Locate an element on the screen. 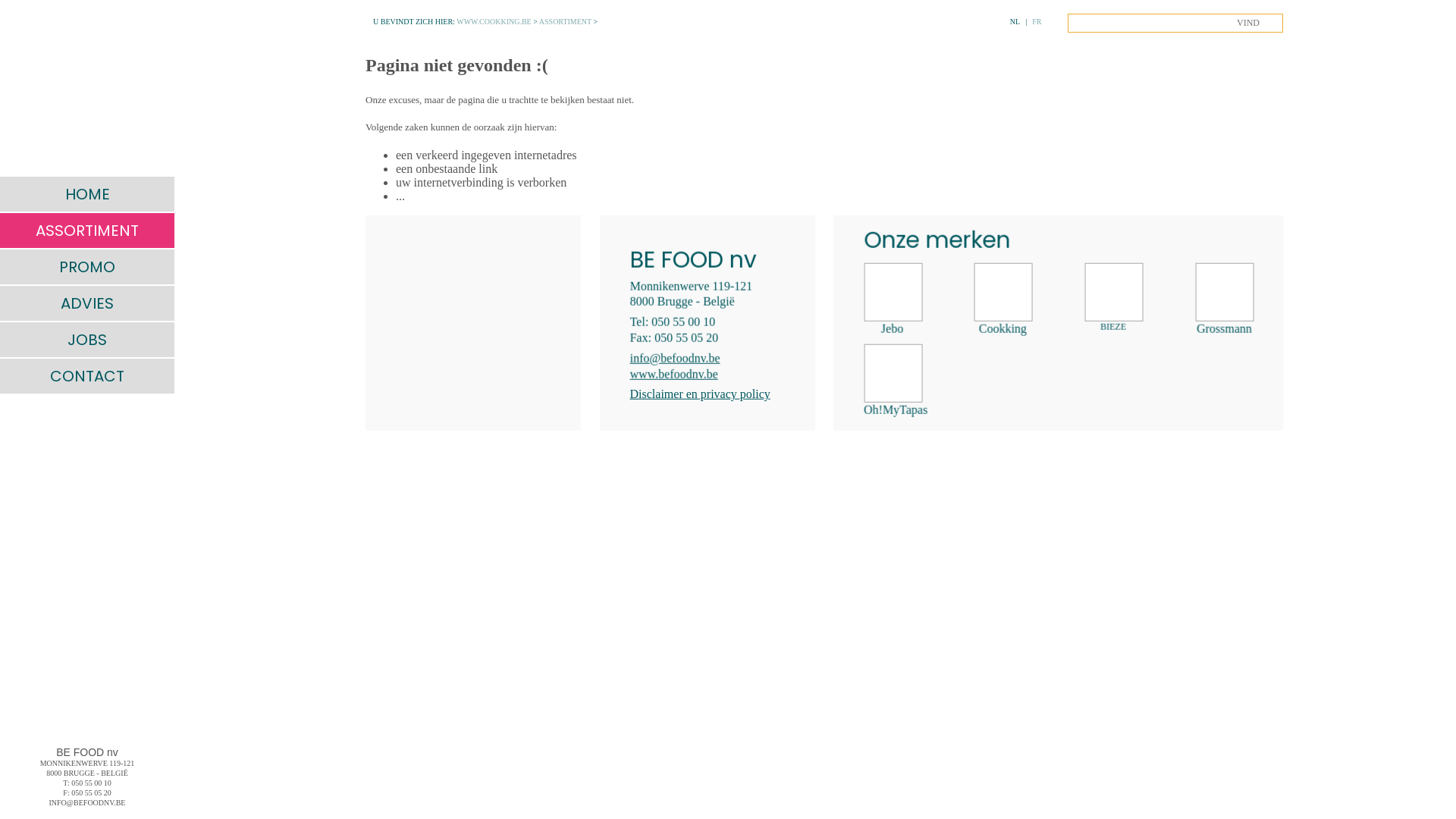 The image size is (1456, 819). 'CONTACT' is located at coordinates (86, 375).